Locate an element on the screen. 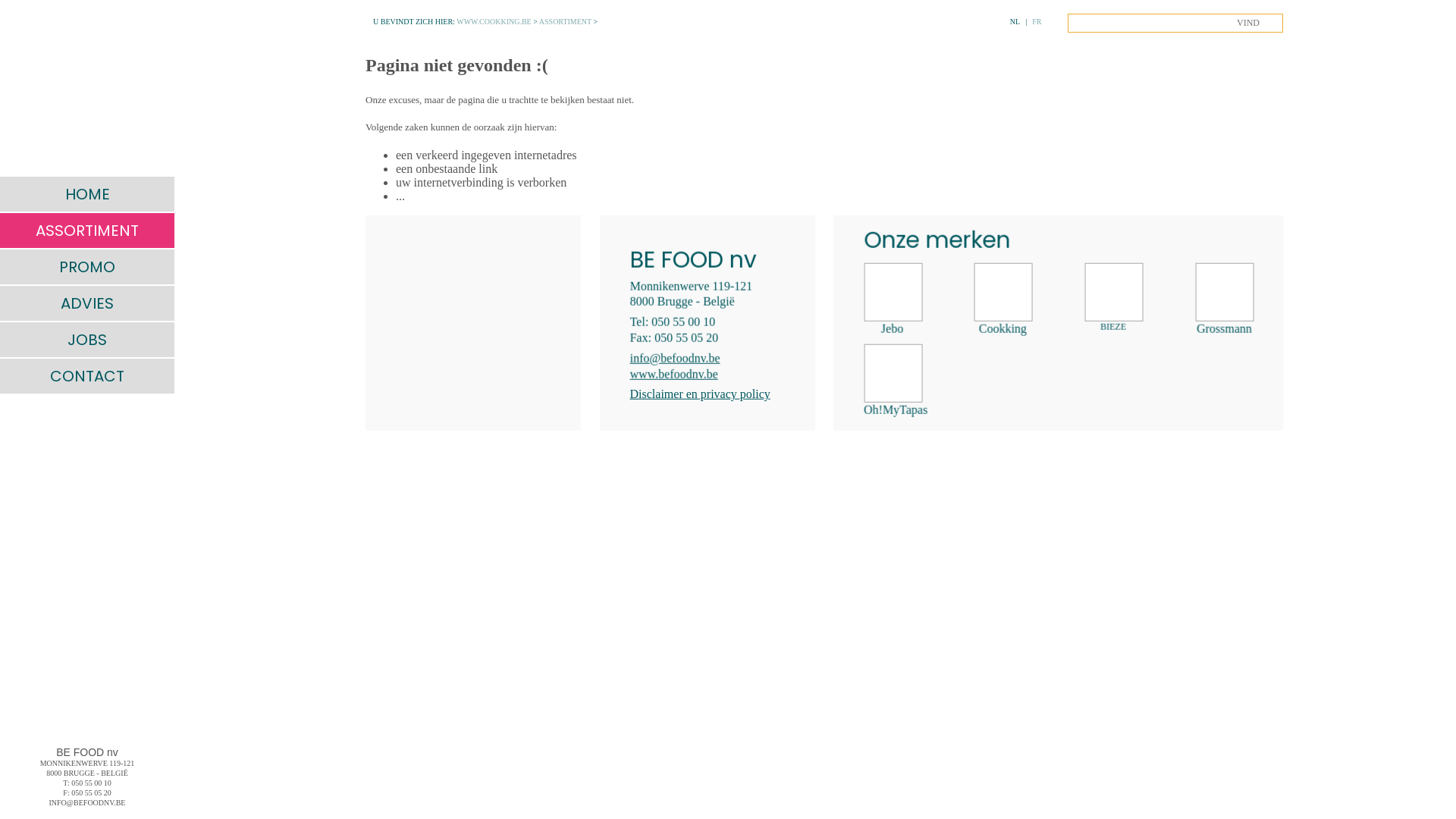 The image size is (1456, 819). 'CONTACT' is located at coordinates (86, 375).